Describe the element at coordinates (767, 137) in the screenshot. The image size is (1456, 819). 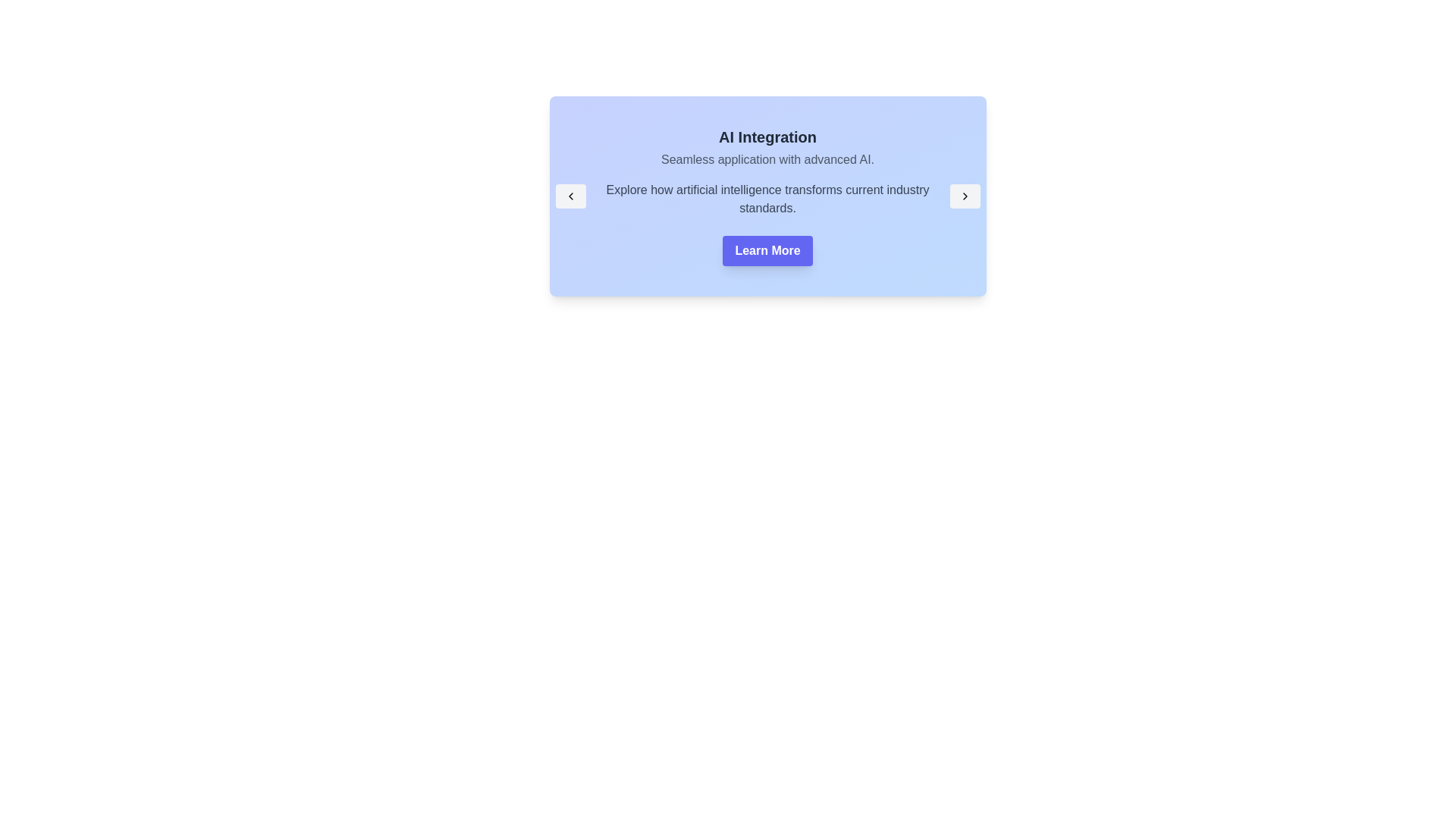
I see `the bold, extra-large text element reading 'AI Integration' which is styled in dark gray and centered at the top of a section with a light blue background` at that location.